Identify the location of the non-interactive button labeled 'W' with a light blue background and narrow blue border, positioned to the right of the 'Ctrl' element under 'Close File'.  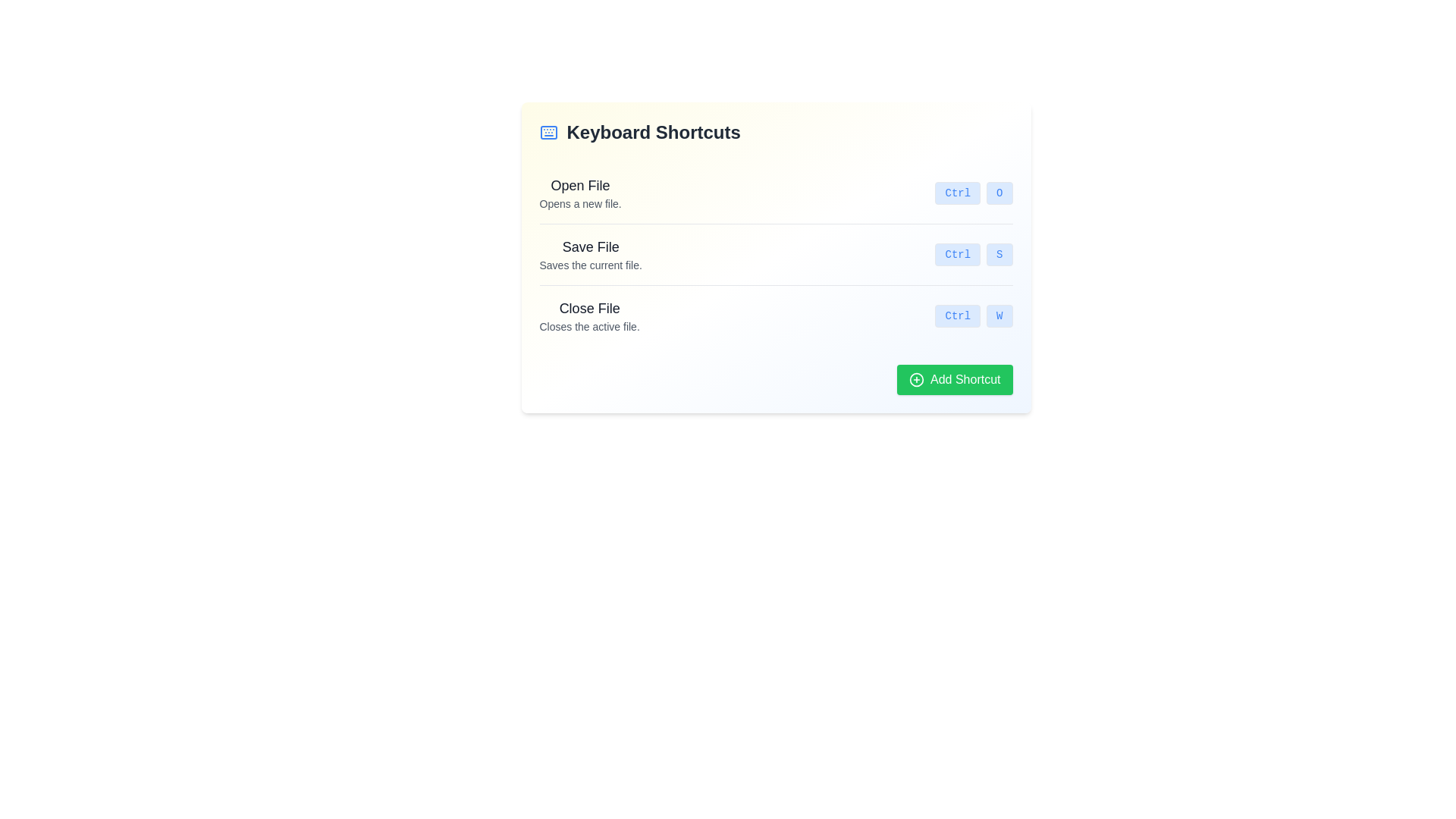
(999, 315).